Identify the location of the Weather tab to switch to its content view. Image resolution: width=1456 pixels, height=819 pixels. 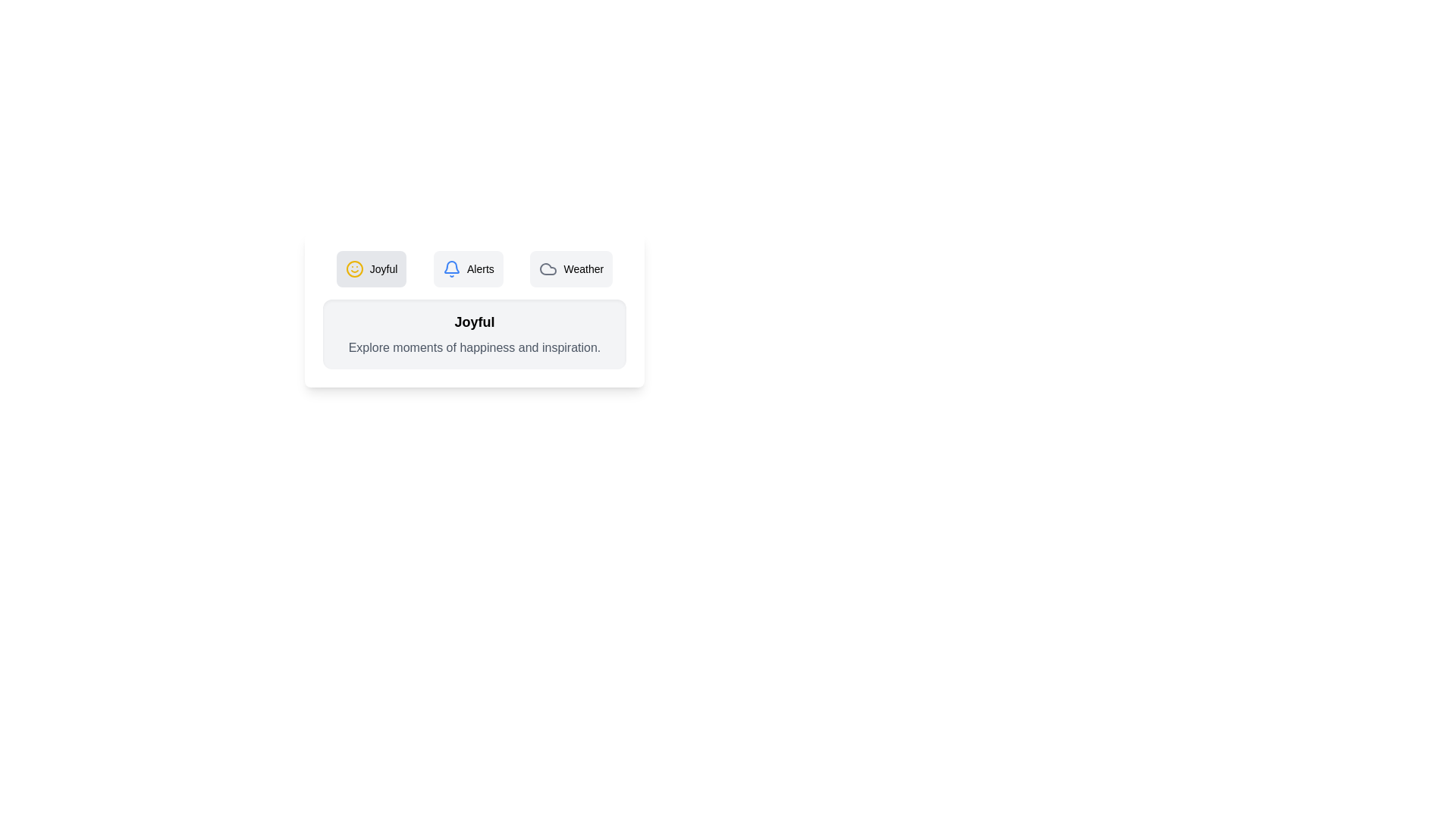
(570, 268).